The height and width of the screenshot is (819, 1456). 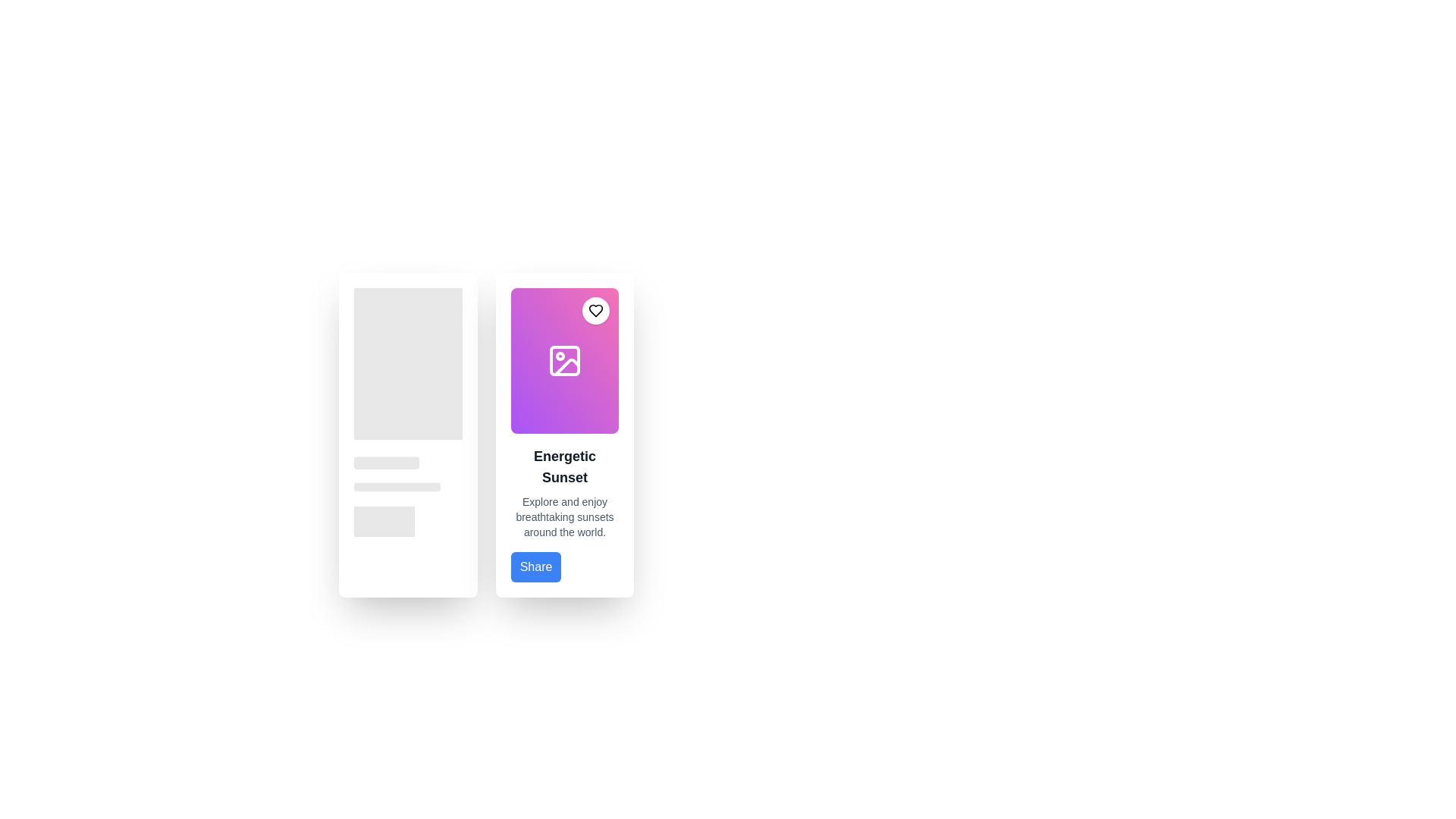 What do you see at coordinates (563, 435) in the screenshot?
I see `the 'Share' button on the informational card that presents a title, description, and an interactive action button, located centrally in the grid layout of cards` at bounding box center [563, 435].